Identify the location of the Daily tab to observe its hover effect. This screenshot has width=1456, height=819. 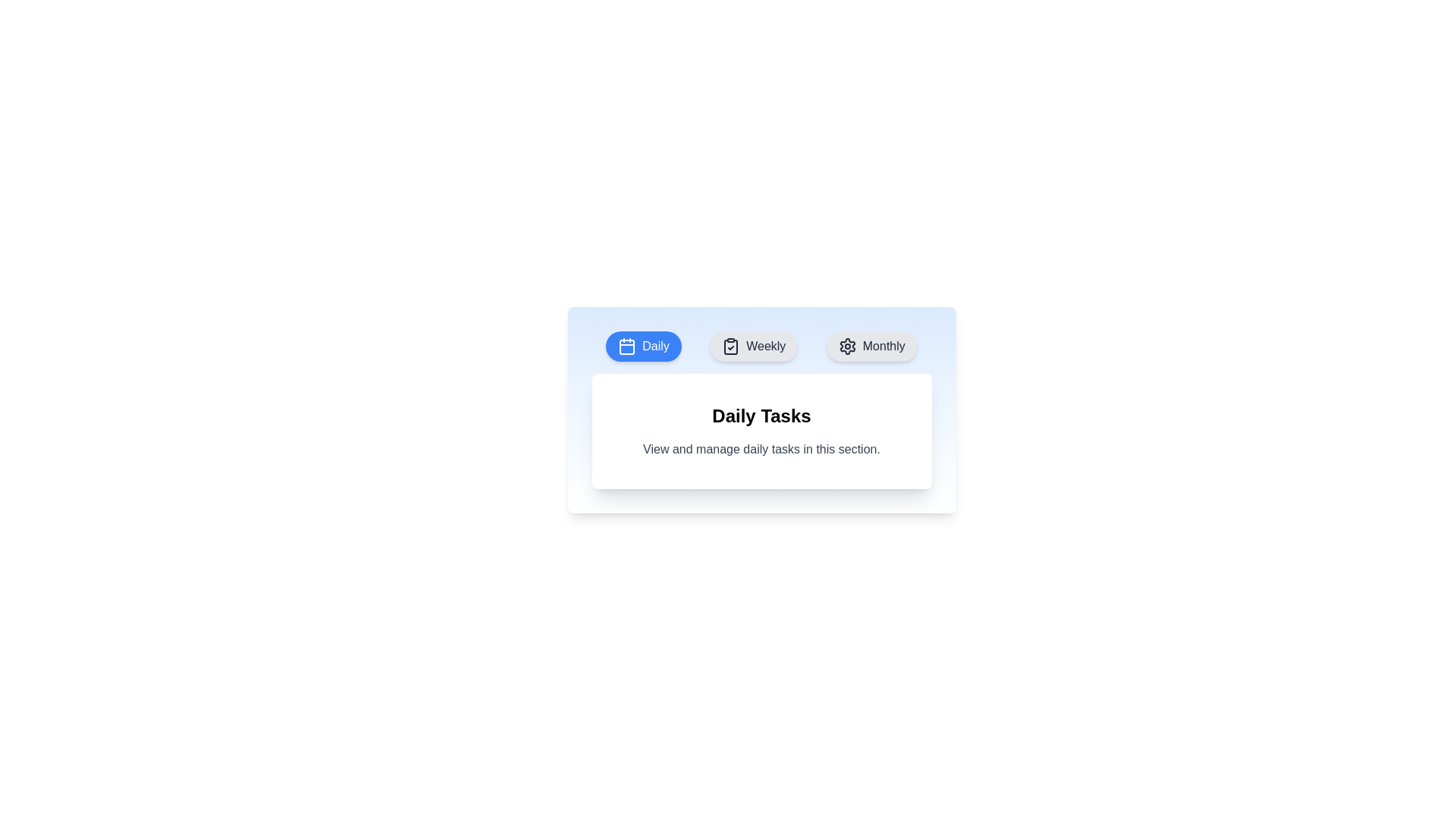
(644, 346).